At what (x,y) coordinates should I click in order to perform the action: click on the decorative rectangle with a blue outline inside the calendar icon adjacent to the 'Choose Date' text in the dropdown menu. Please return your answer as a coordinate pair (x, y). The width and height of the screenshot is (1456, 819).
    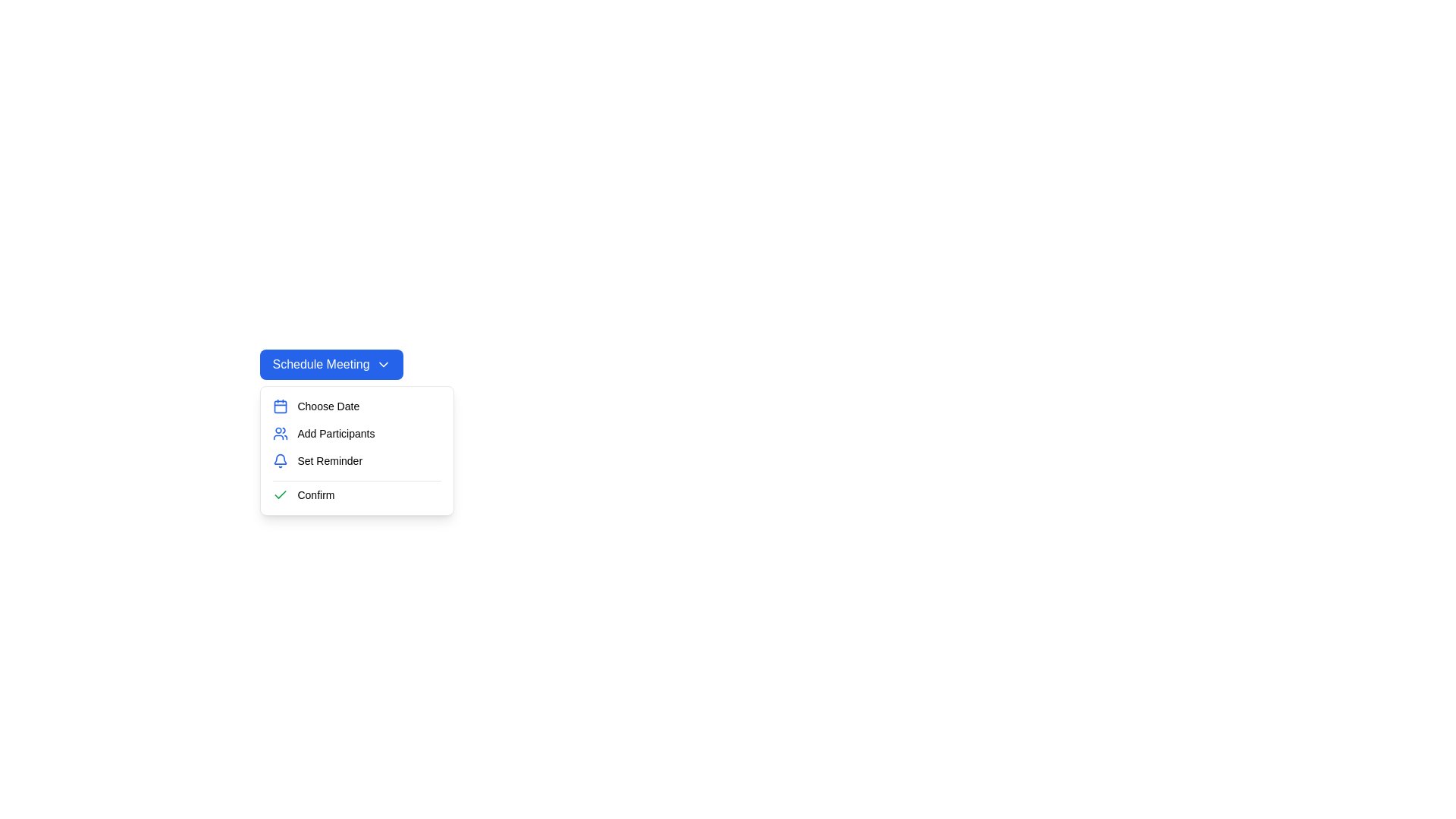
    Looking at the image, I should click on (281, 406).